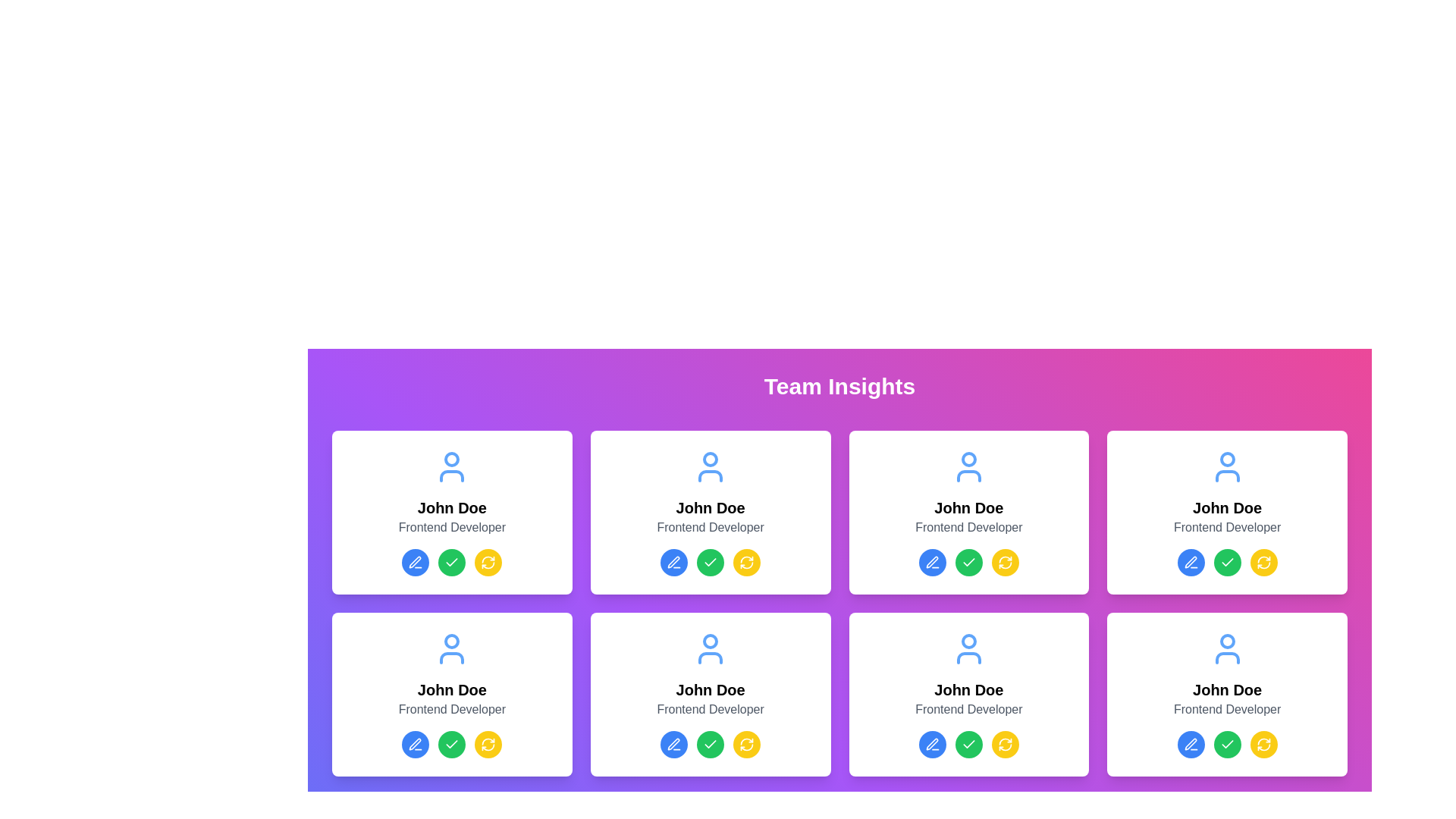 The height and width of the screenshot is (819, 1456). I want to click on the graphic icon resembling a pen or pencil located inside the second card from the left in the second row, which is the leftmost icon among three in the bottom row, so click(415, 743).